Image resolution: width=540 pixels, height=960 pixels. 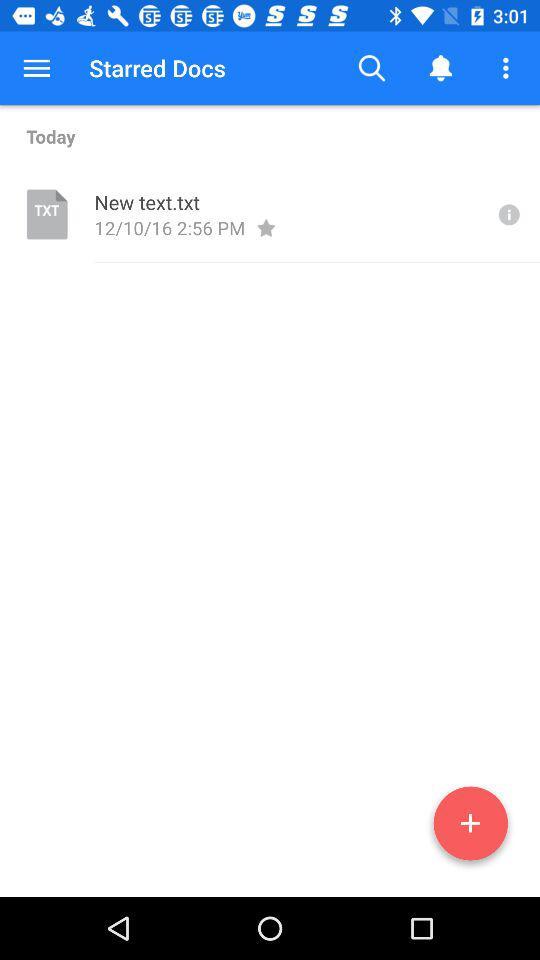 I want to click on new button, so click(x=470, y=827).